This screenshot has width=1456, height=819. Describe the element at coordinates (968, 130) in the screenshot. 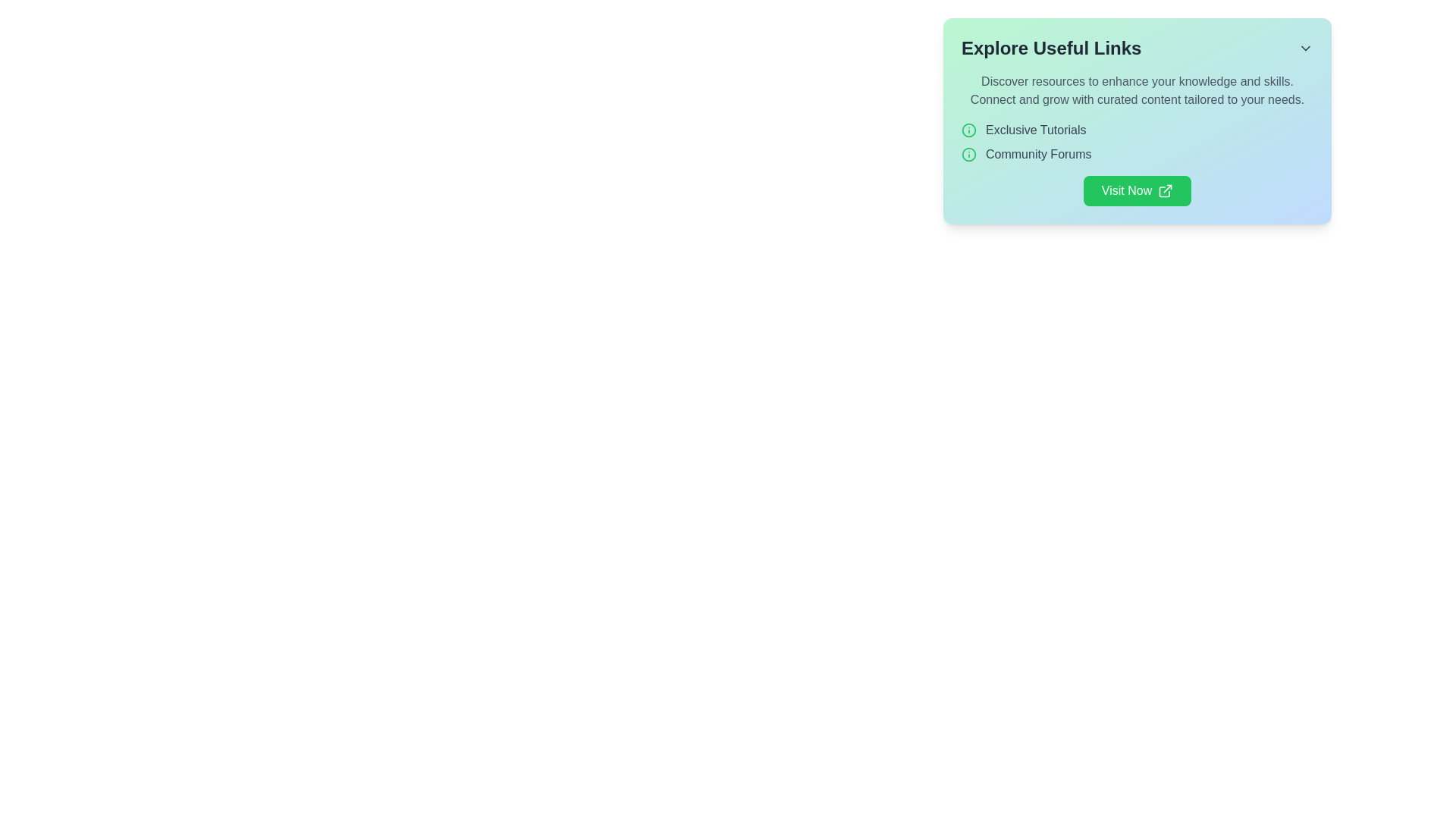

I see `the circular icon with a green outline and an exclamation mark, located to the left of the 'Exclusive Tutorials' text and above the 'Community Forums' text` at that location.